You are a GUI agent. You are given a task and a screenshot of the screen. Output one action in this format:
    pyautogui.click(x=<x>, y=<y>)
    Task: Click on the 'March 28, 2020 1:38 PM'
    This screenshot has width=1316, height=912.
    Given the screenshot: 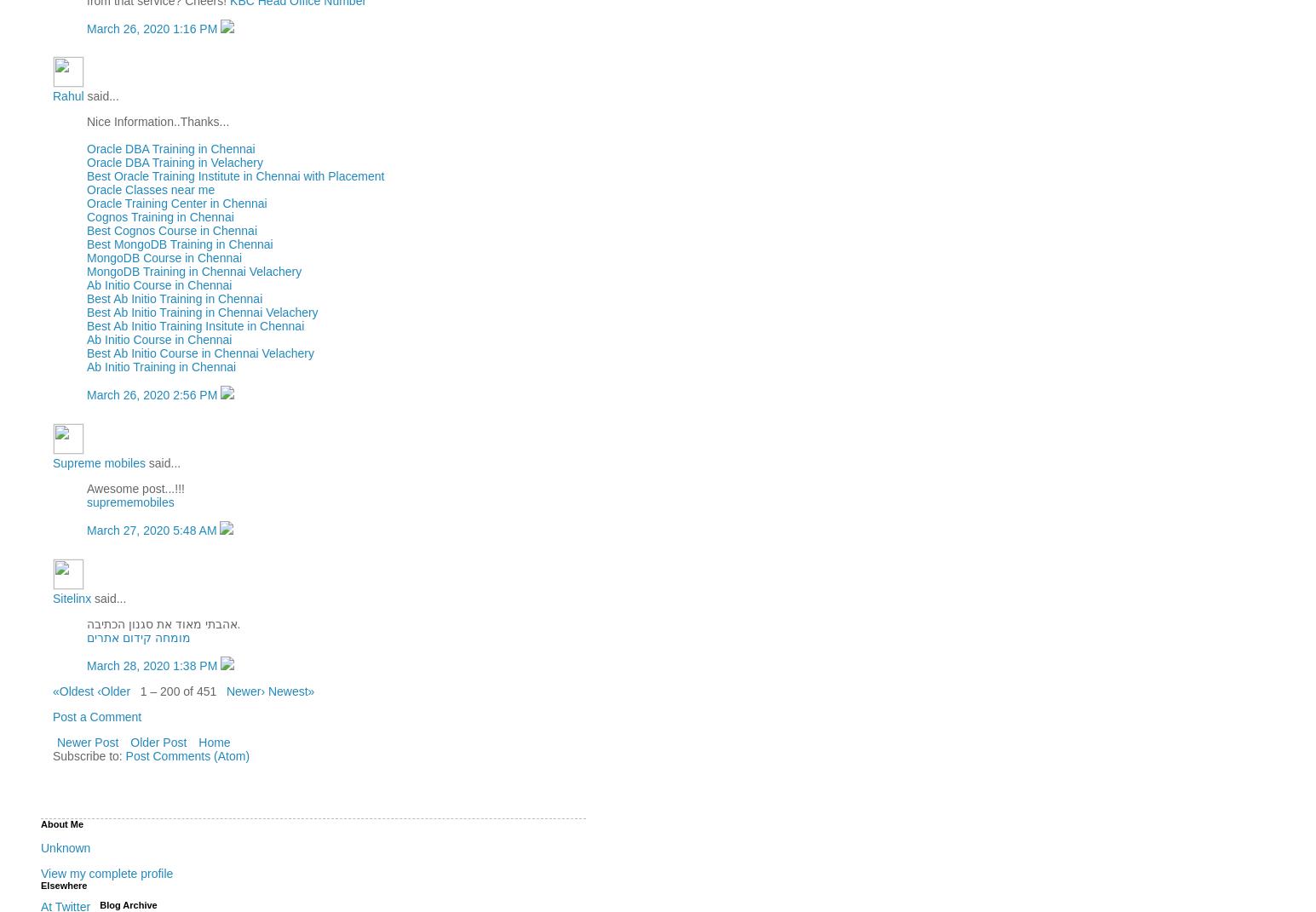 What is the action you would take?
    pyautogui.click(x=153, y=665)
    